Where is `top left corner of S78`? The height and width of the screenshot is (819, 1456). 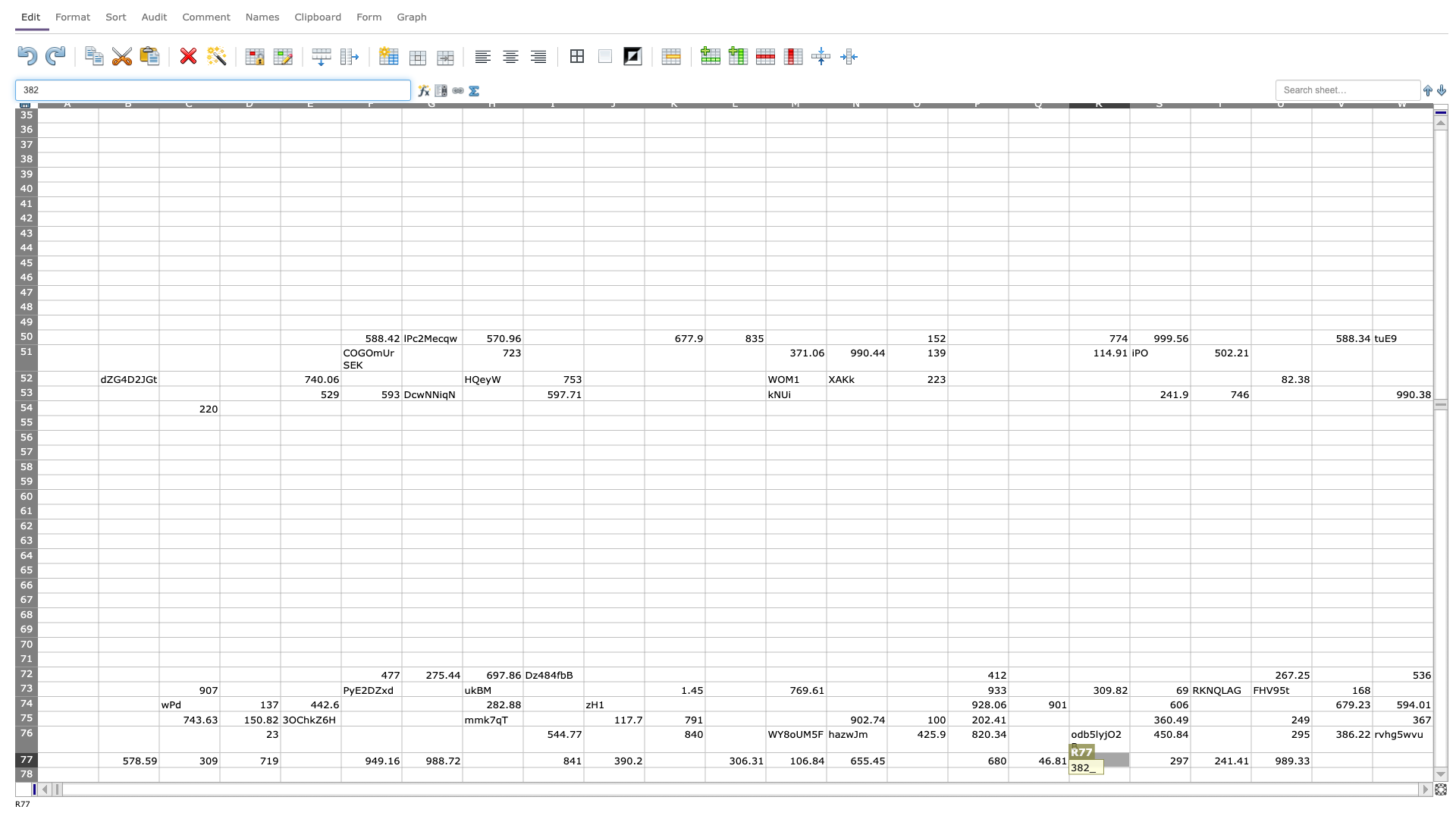 top left corner of S78 is located at coordinates (1129, 767).